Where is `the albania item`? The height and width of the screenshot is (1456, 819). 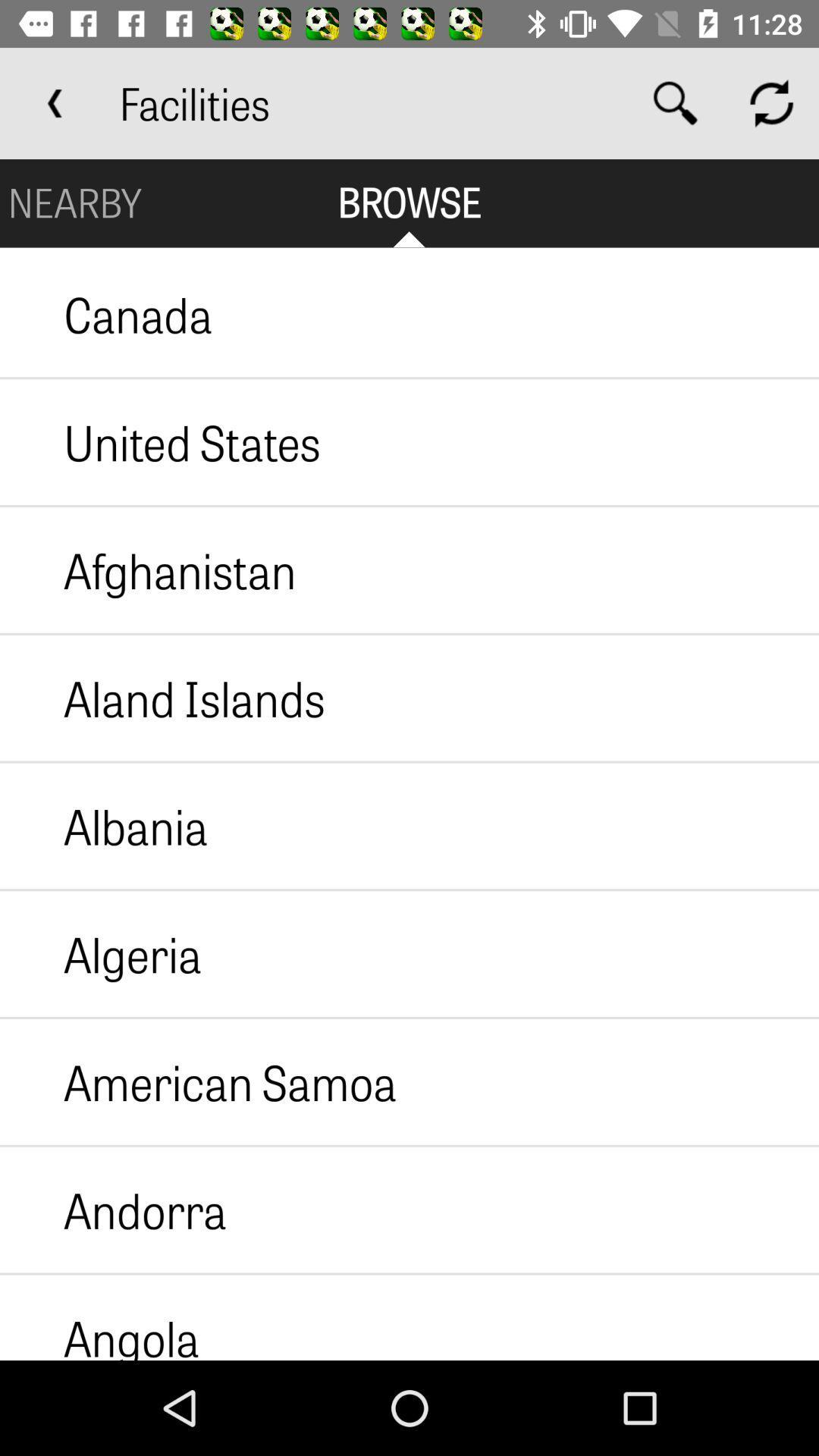 the albania item is located at coordinates (103, 825).